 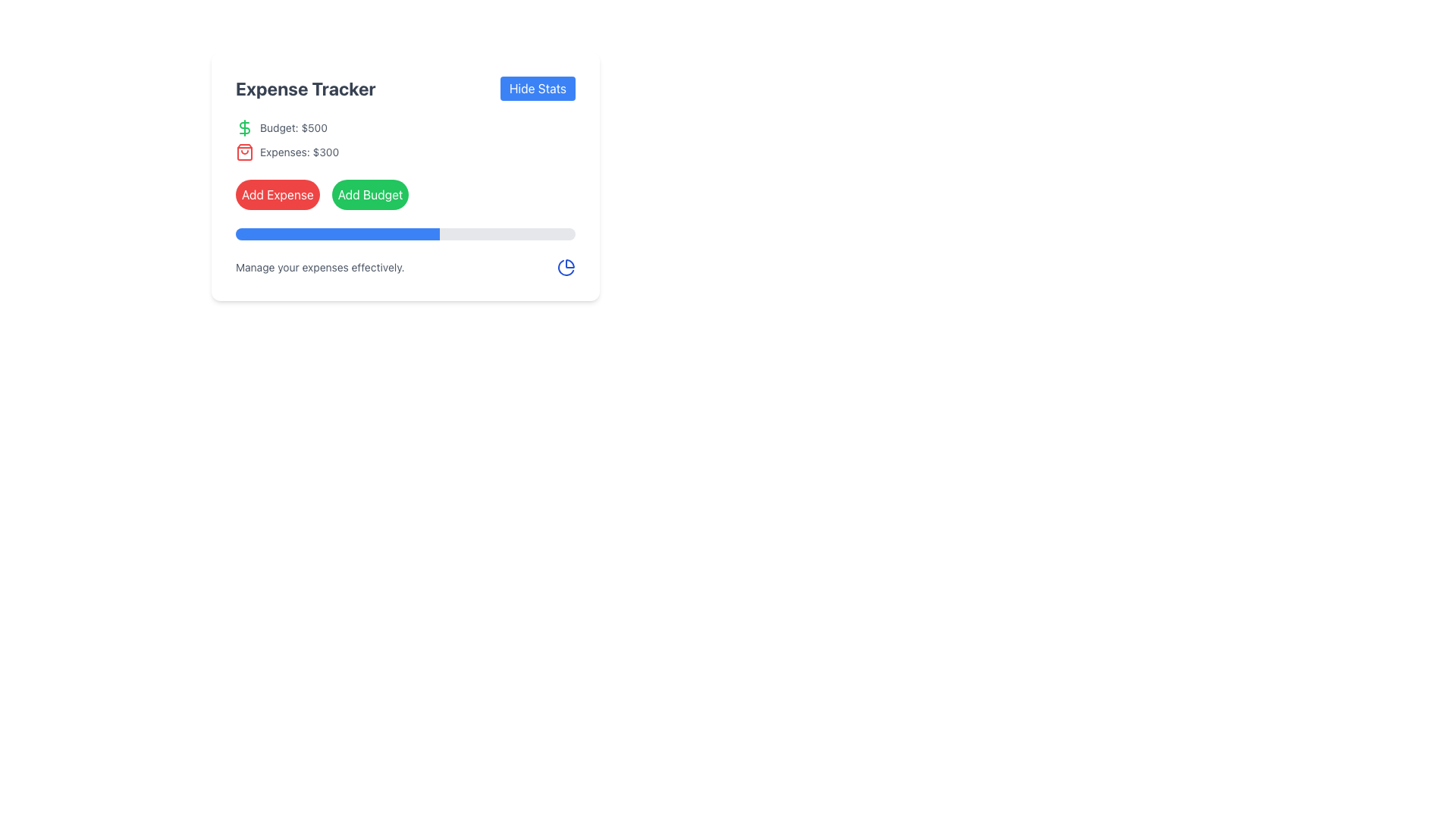 I want to click on the red shopping bag icon located to the left of the text 'Expenses: $300' in the top-left quadrant of the interface, so click(x=244, y=152).